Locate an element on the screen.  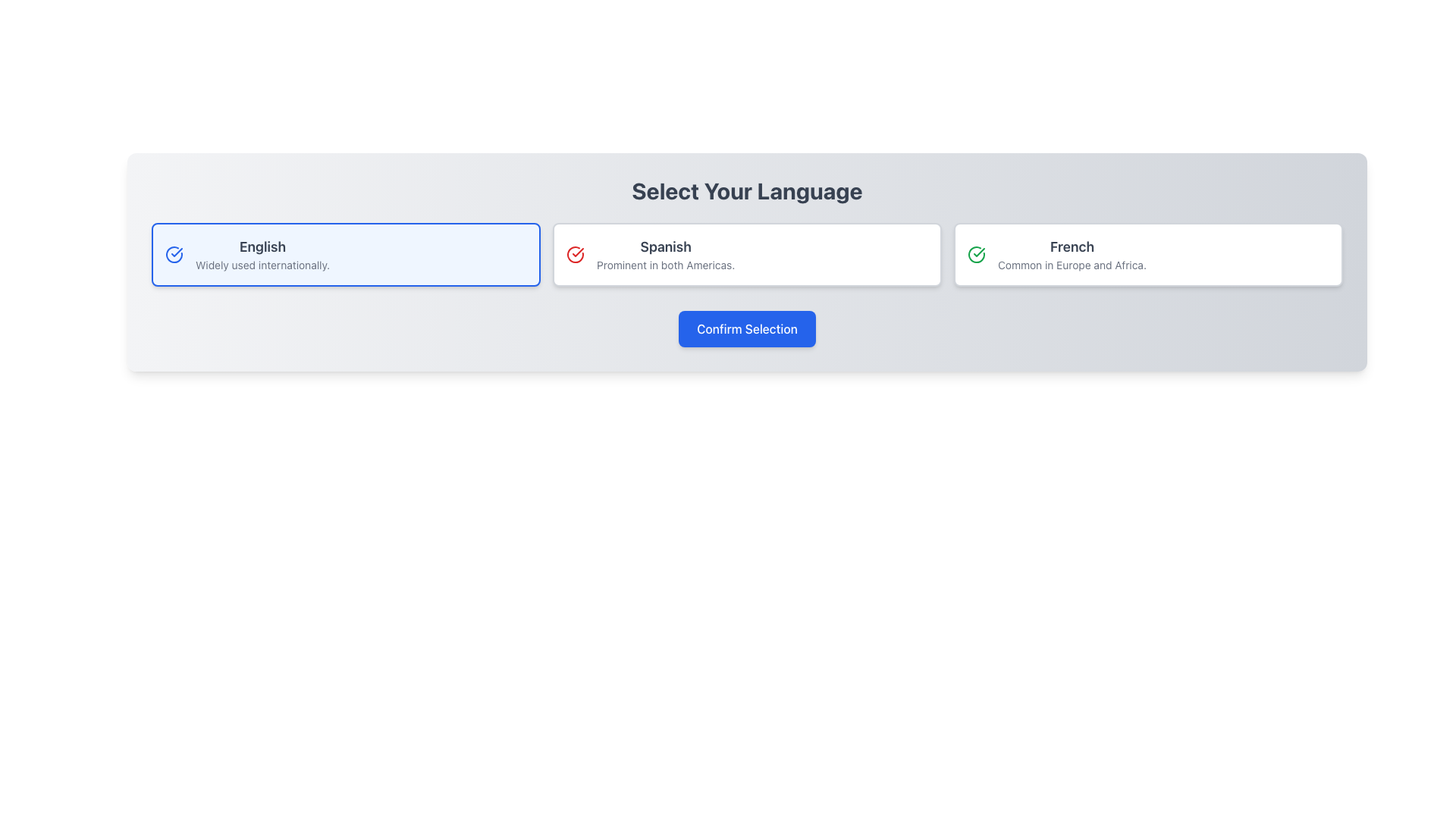
text label 'Prominent in both Americas.' which is styled in gray and located beneath the 'Spanish' header in the language selection options is located at coordinates (666, 265).